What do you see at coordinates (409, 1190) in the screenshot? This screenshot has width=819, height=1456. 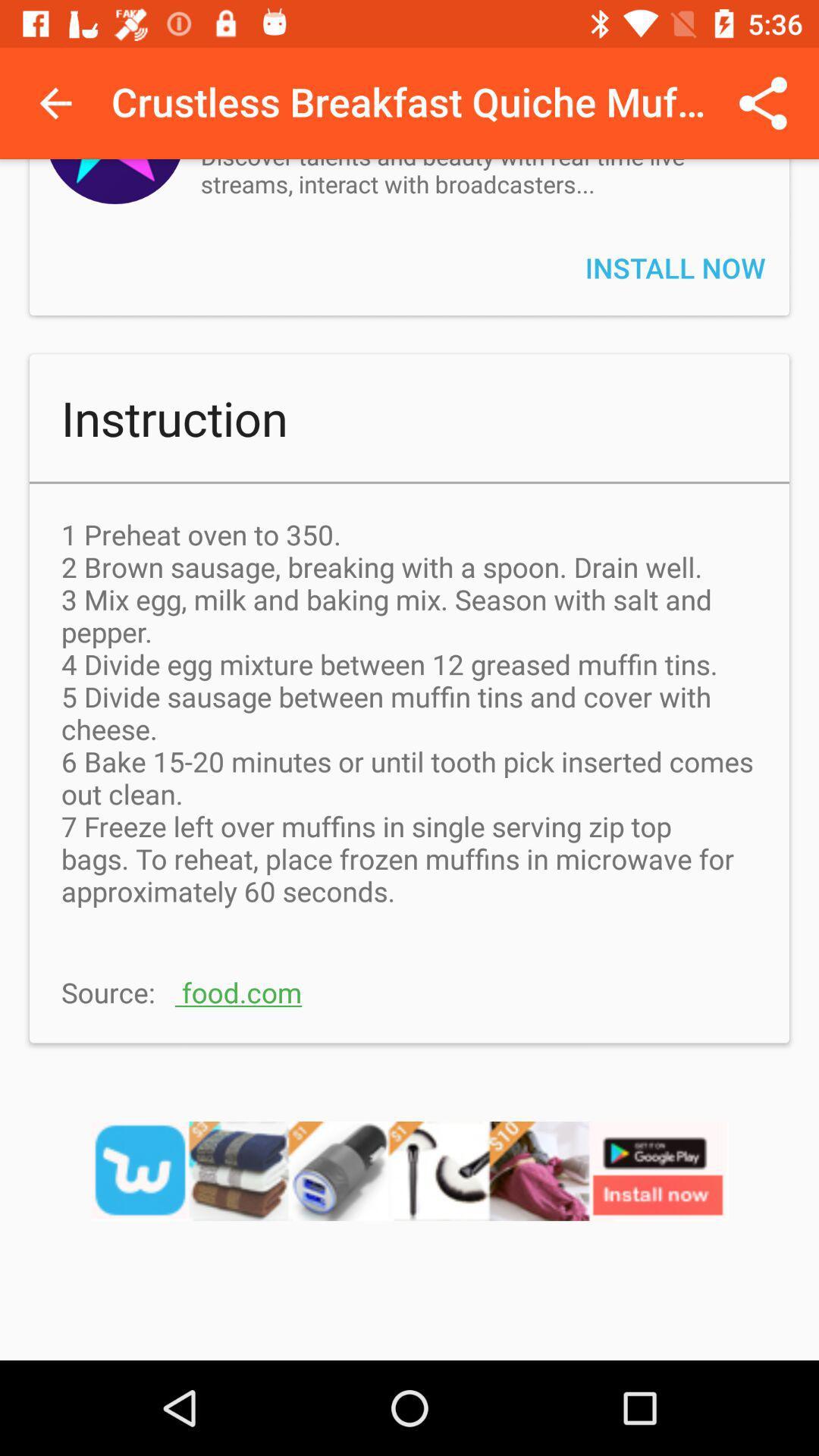 I see `advertisement` at bounding box center [409, 1190].